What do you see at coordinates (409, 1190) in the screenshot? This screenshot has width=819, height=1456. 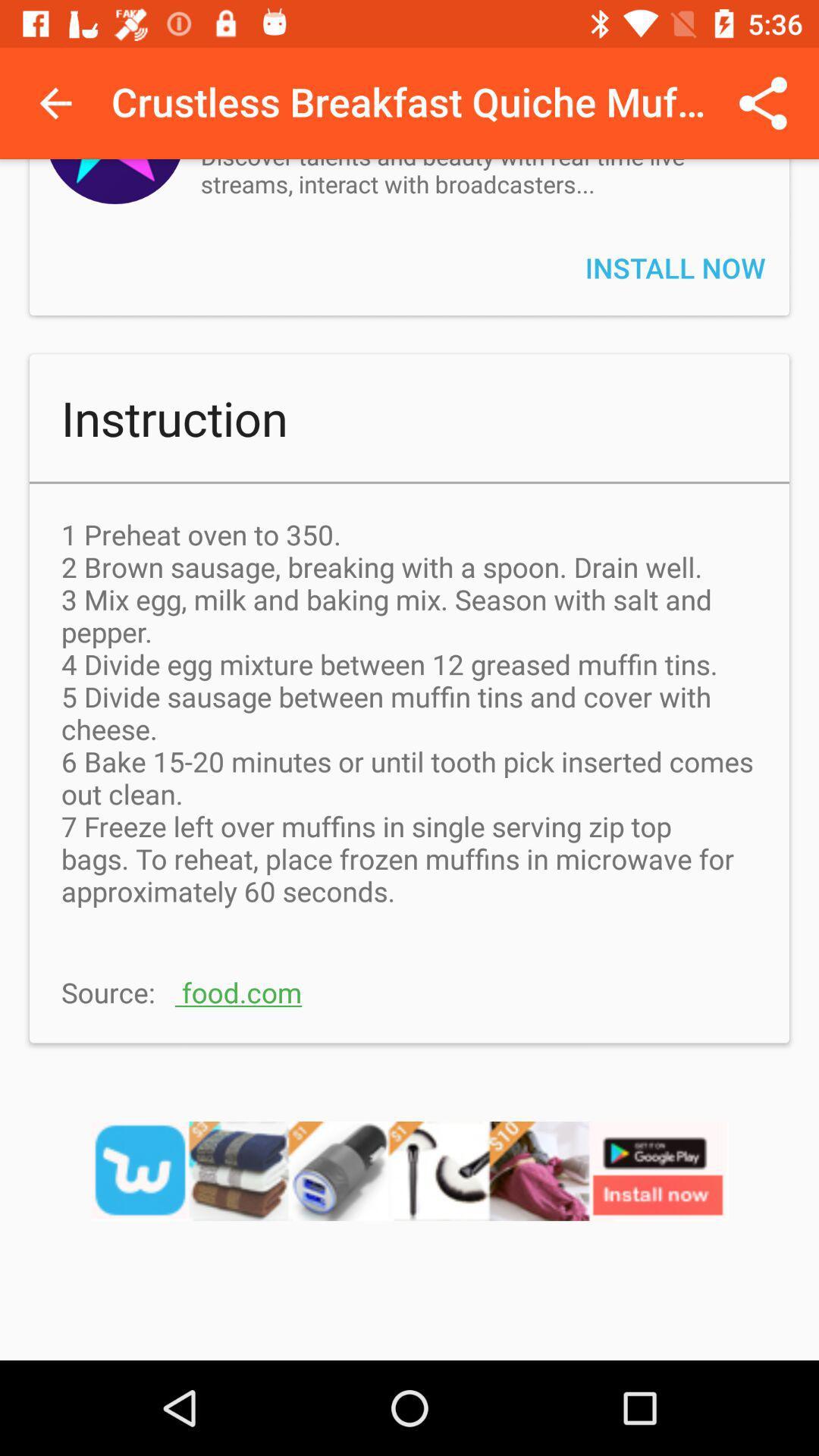 I see `advertisement` at bounding box center [409, 1190].